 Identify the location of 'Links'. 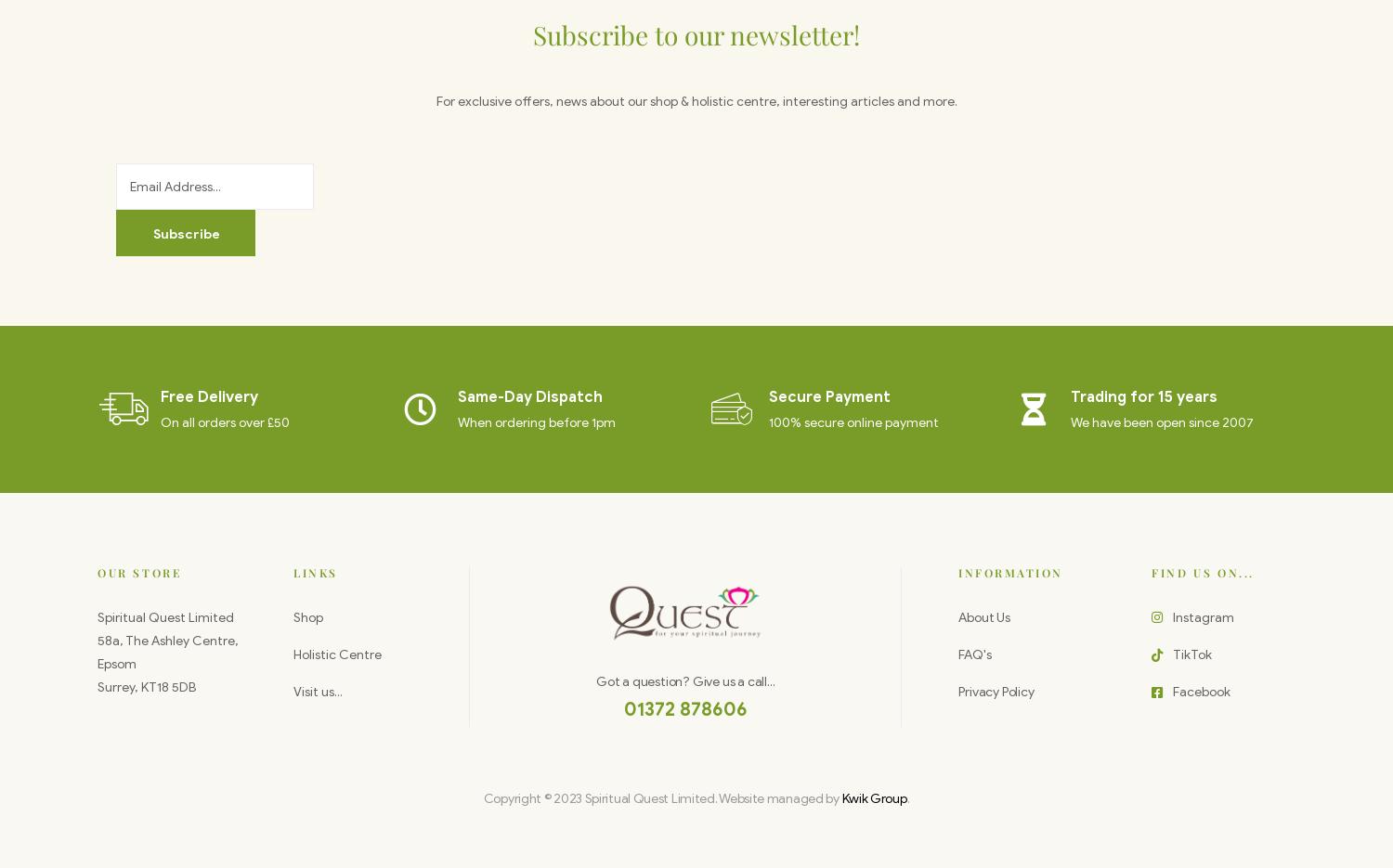
(315, 570).